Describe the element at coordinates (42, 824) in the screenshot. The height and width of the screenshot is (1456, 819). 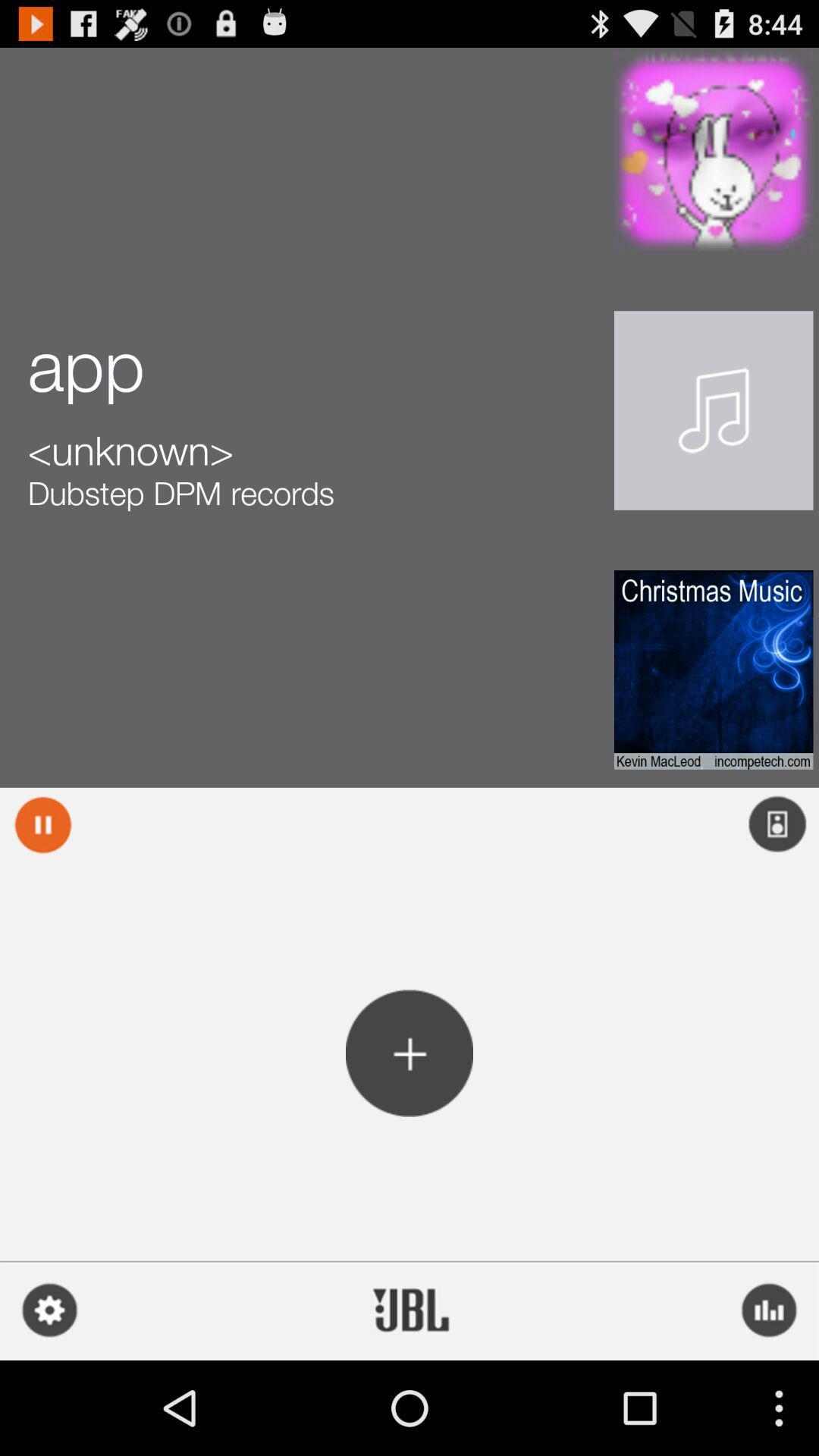
I see `the pause icon which is of orange color` at that location.